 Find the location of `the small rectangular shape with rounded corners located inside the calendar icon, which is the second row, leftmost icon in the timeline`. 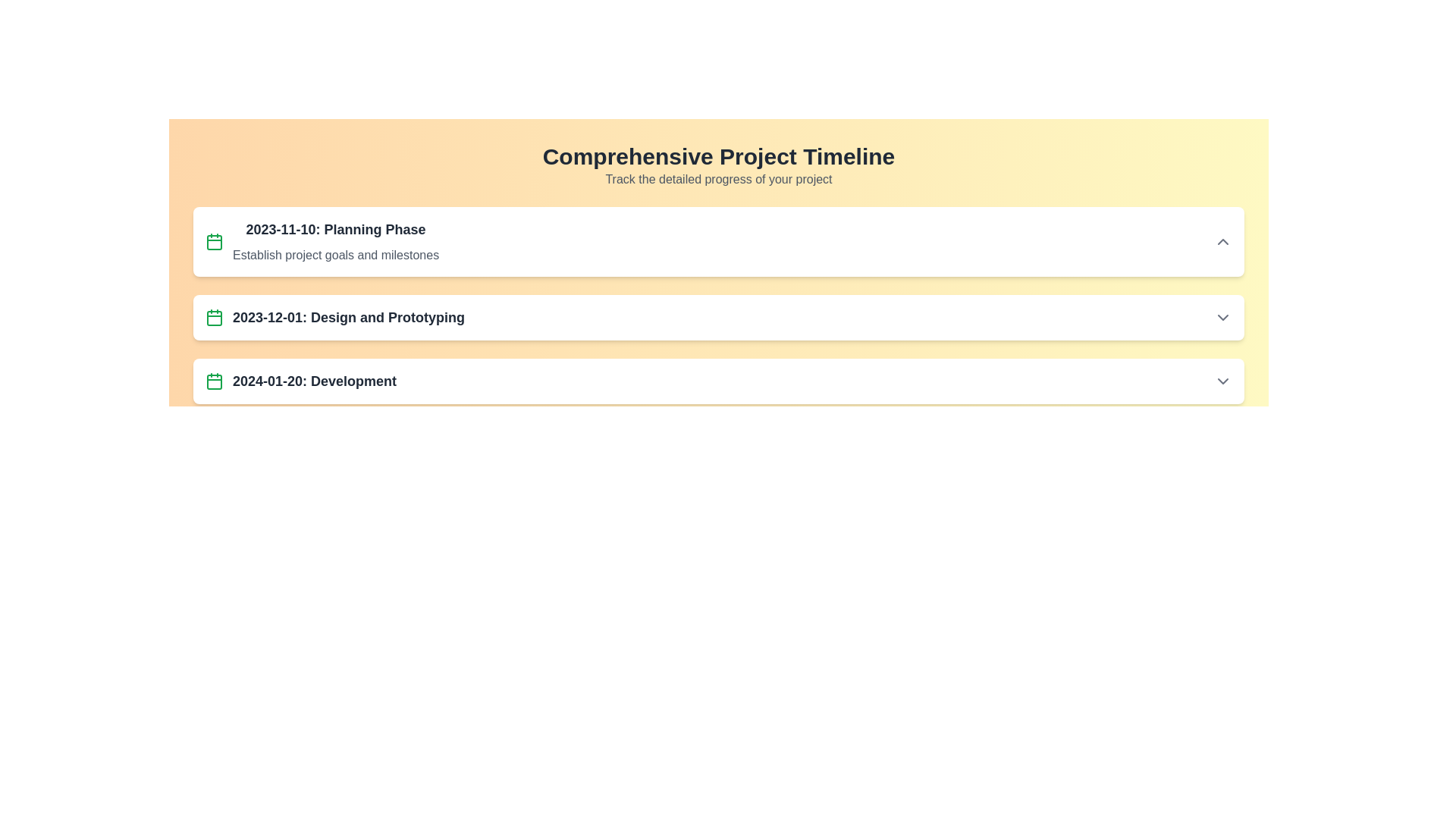

the small rectangular shape with rounded corners located inside the calendar icon, which is the second row, leftmost icon in the timeline is located at coordinates (214, 318).